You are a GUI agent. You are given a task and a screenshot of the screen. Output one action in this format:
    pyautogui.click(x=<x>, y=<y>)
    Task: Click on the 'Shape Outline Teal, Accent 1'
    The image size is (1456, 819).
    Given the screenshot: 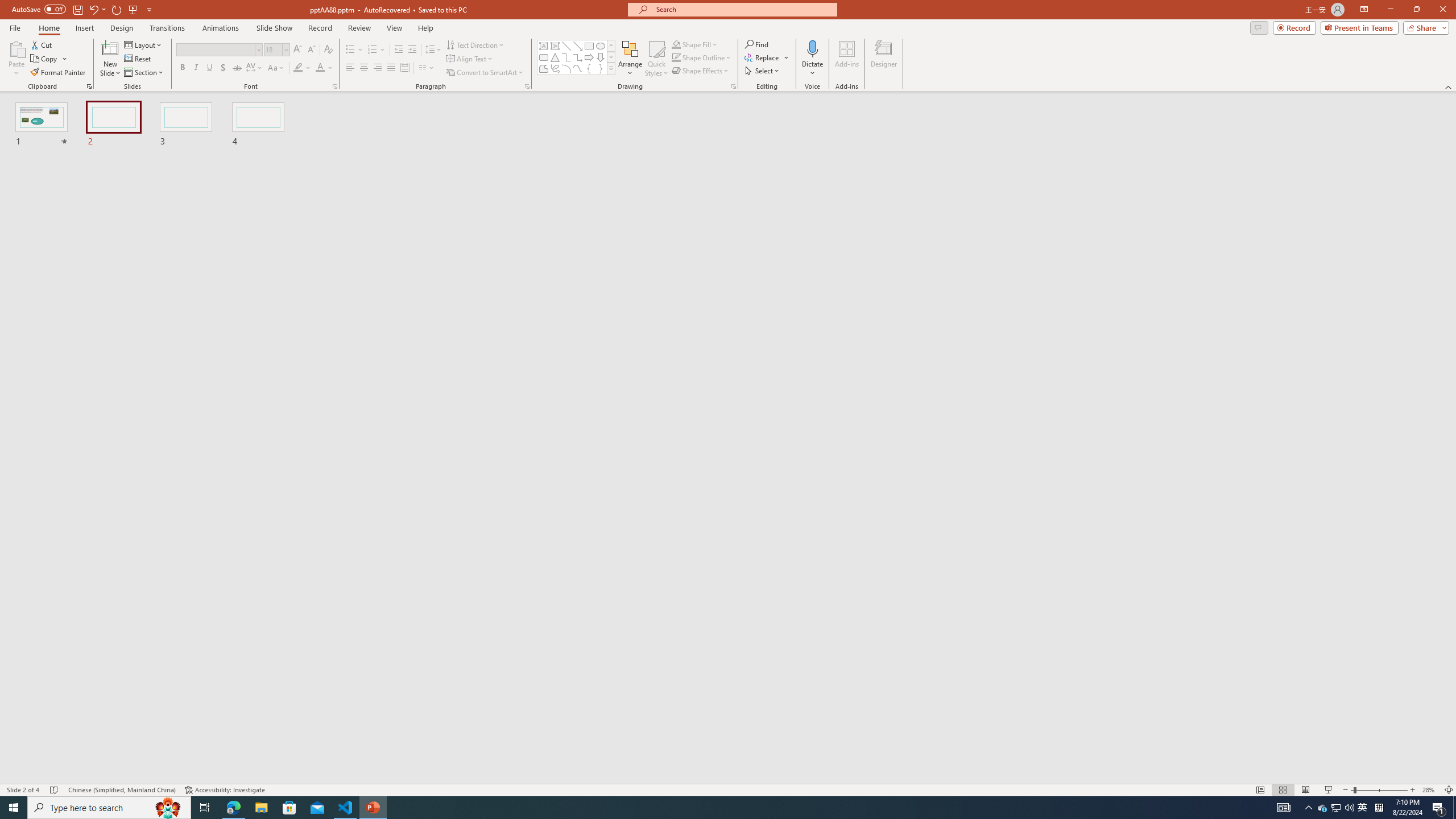 What is the action you would take?
    pyautogui.click(x=676, y=56)
    